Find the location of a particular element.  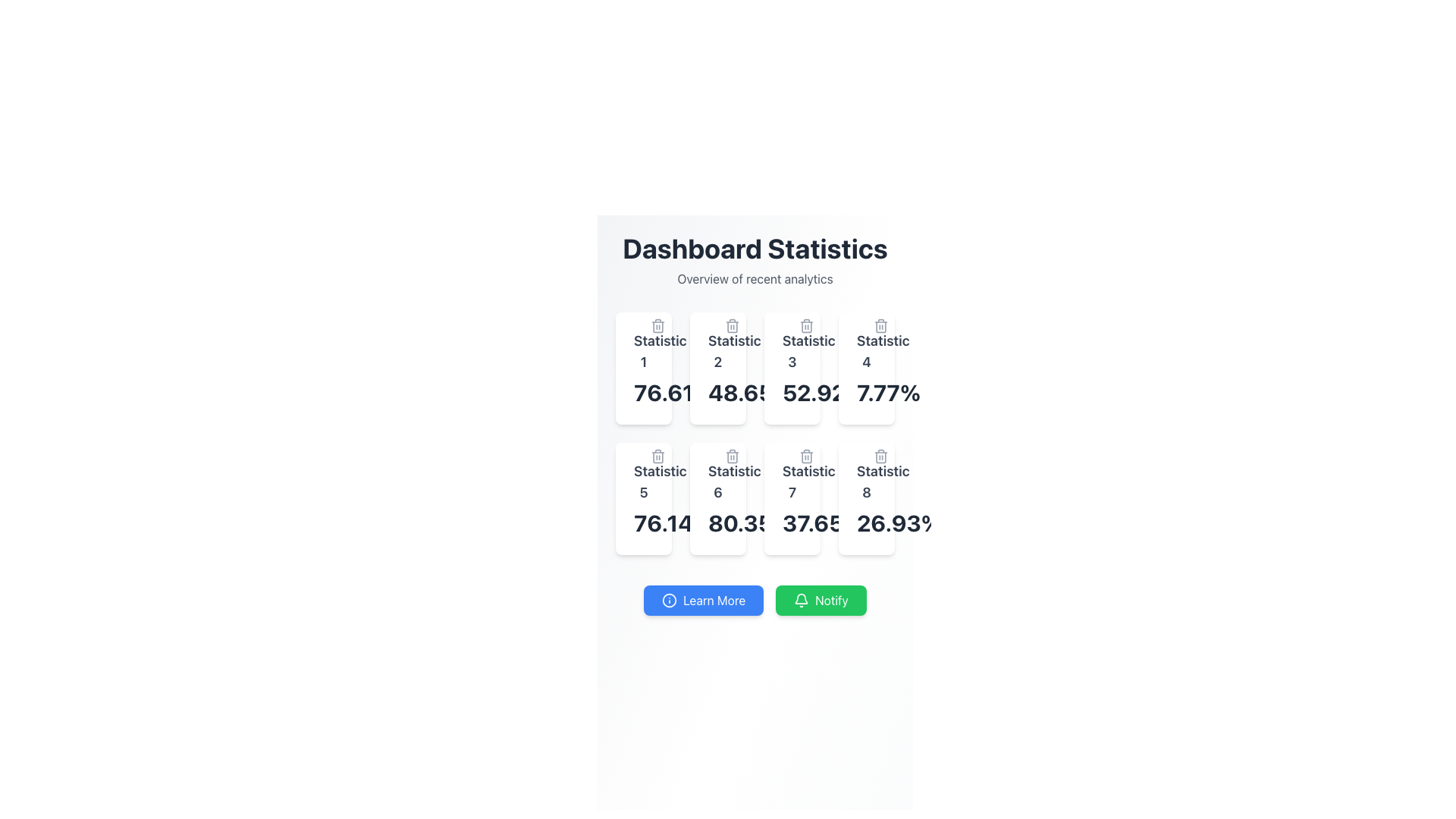

the Trash can icon located at the top right corner of the card labeled 'Statistic 3' with the value '52.92%' to change its color indicating interactivity is located at coordinates (806, 325).